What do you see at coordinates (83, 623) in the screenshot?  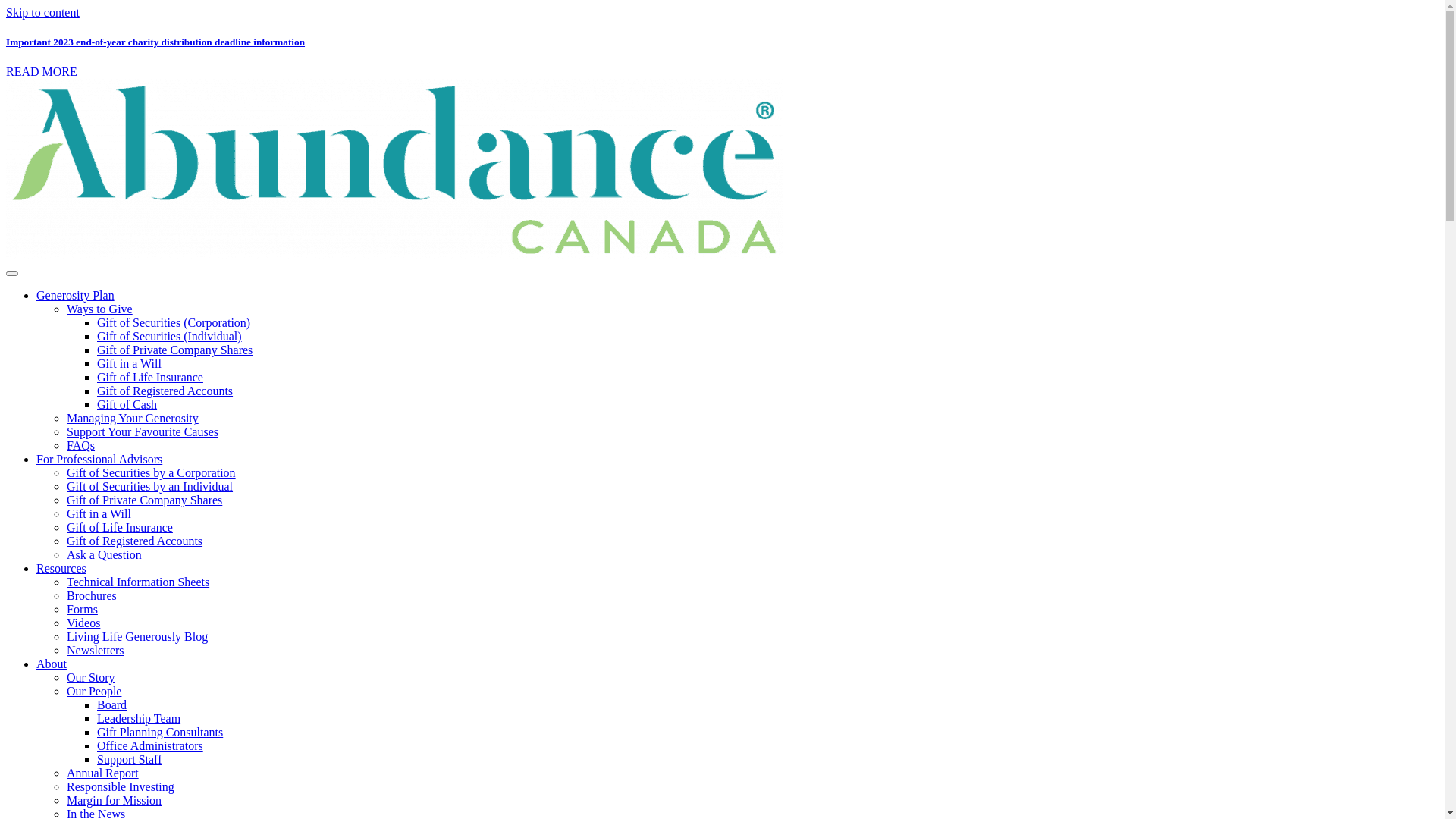 I see `'Videos'` at bounding box center [83, 623].